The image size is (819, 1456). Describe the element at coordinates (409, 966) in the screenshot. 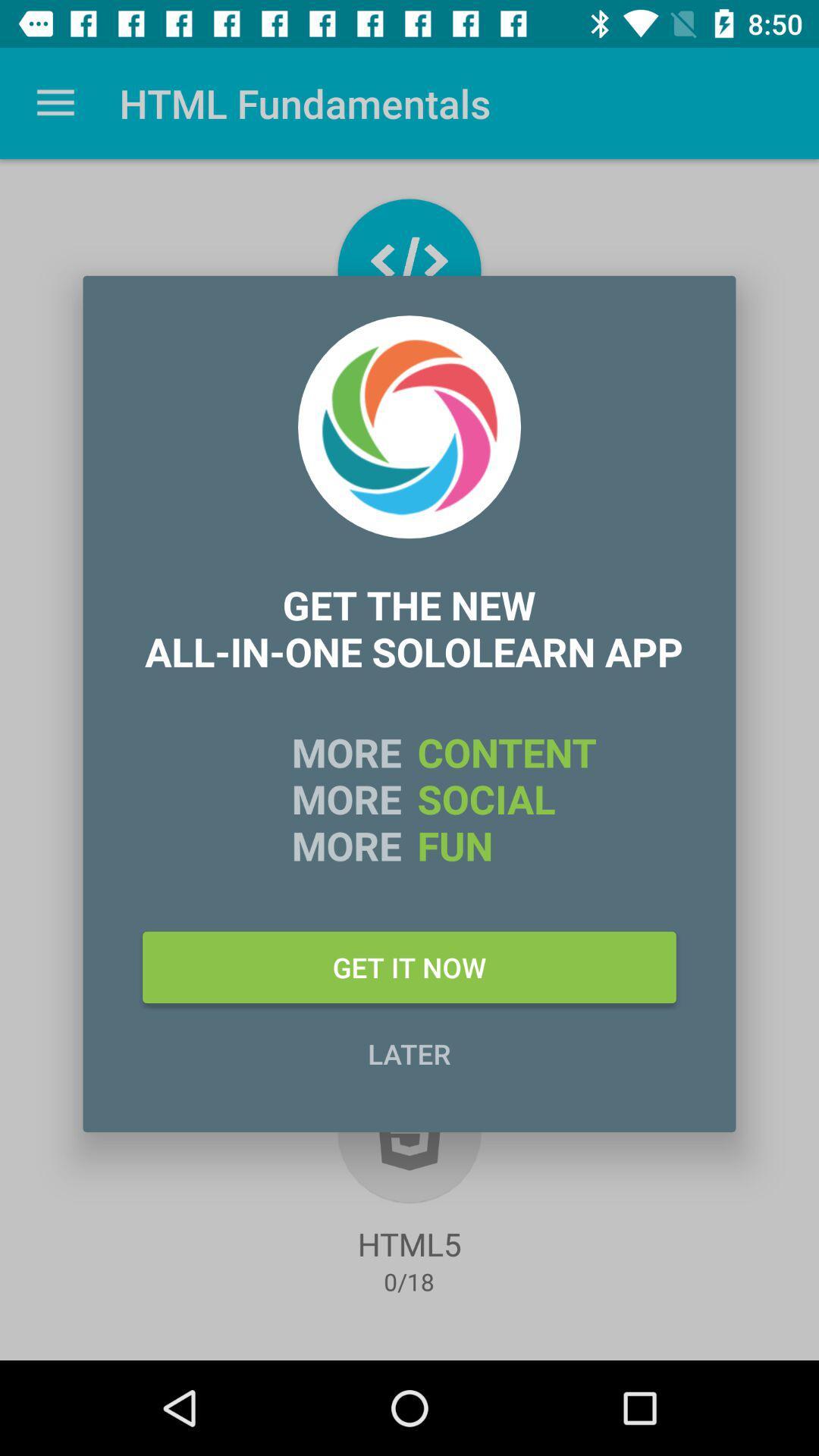

I see `the item above later` at that location.